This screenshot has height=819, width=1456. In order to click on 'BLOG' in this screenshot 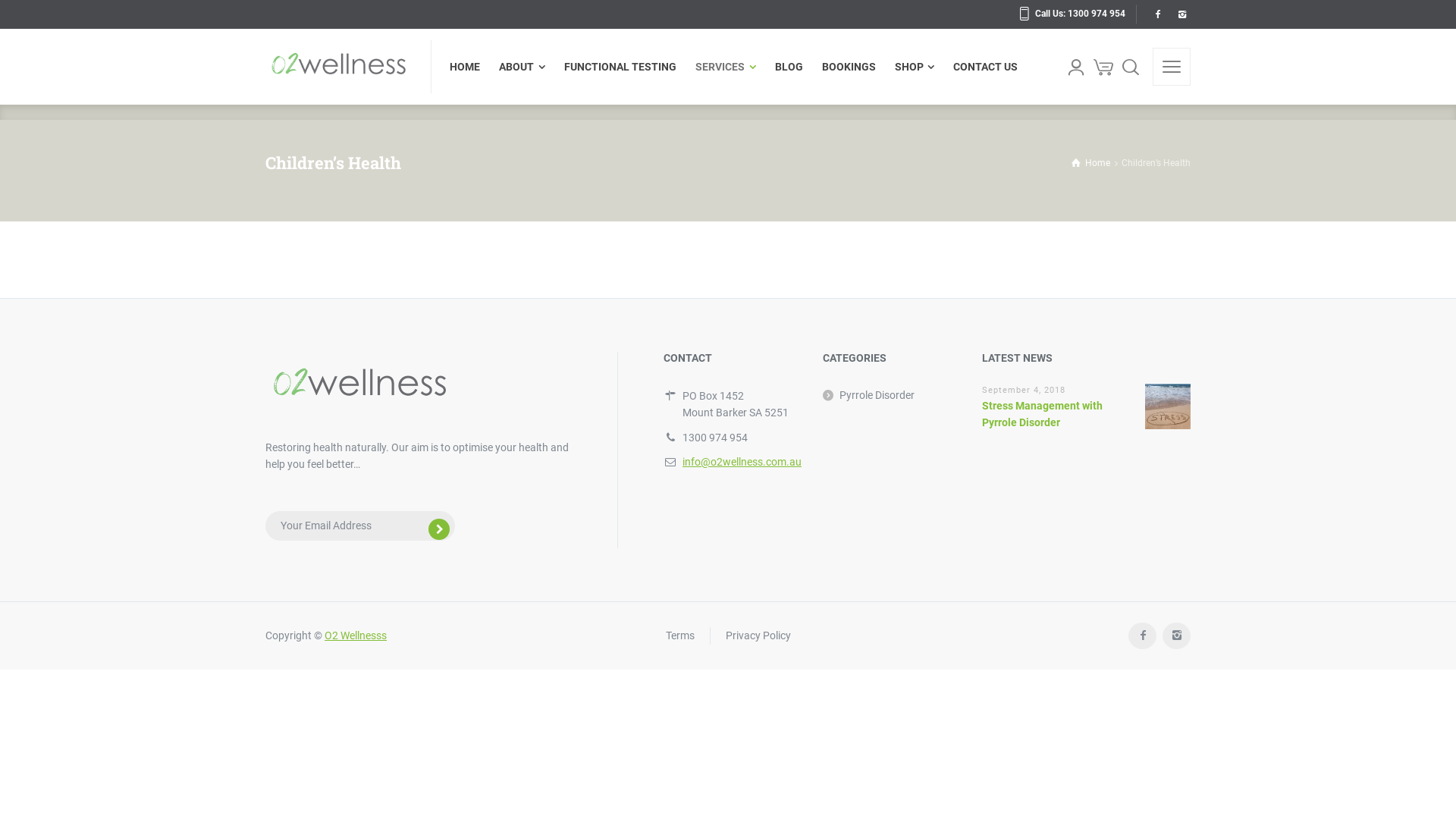, I will do `click(789, 66)`.